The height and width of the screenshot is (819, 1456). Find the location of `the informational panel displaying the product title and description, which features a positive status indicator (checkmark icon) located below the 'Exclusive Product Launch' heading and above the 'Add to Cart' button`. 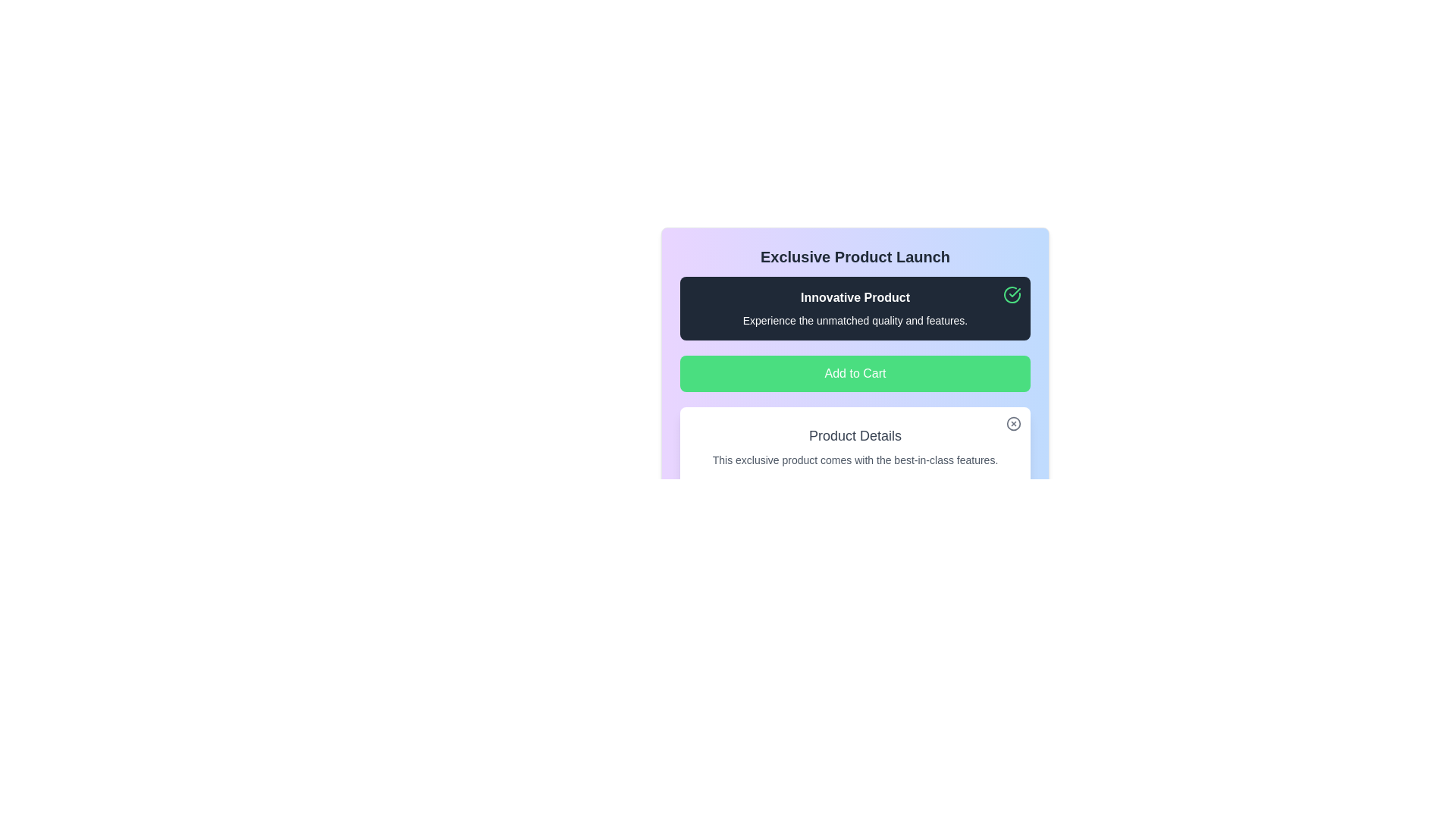

the informational panel displaying the product title and description, which features a positive status indicator (checkmark icon) located below the 'Exclusive Product Launch' heading and above the 'Add to Cart' button is located at coordinates (855, 308).